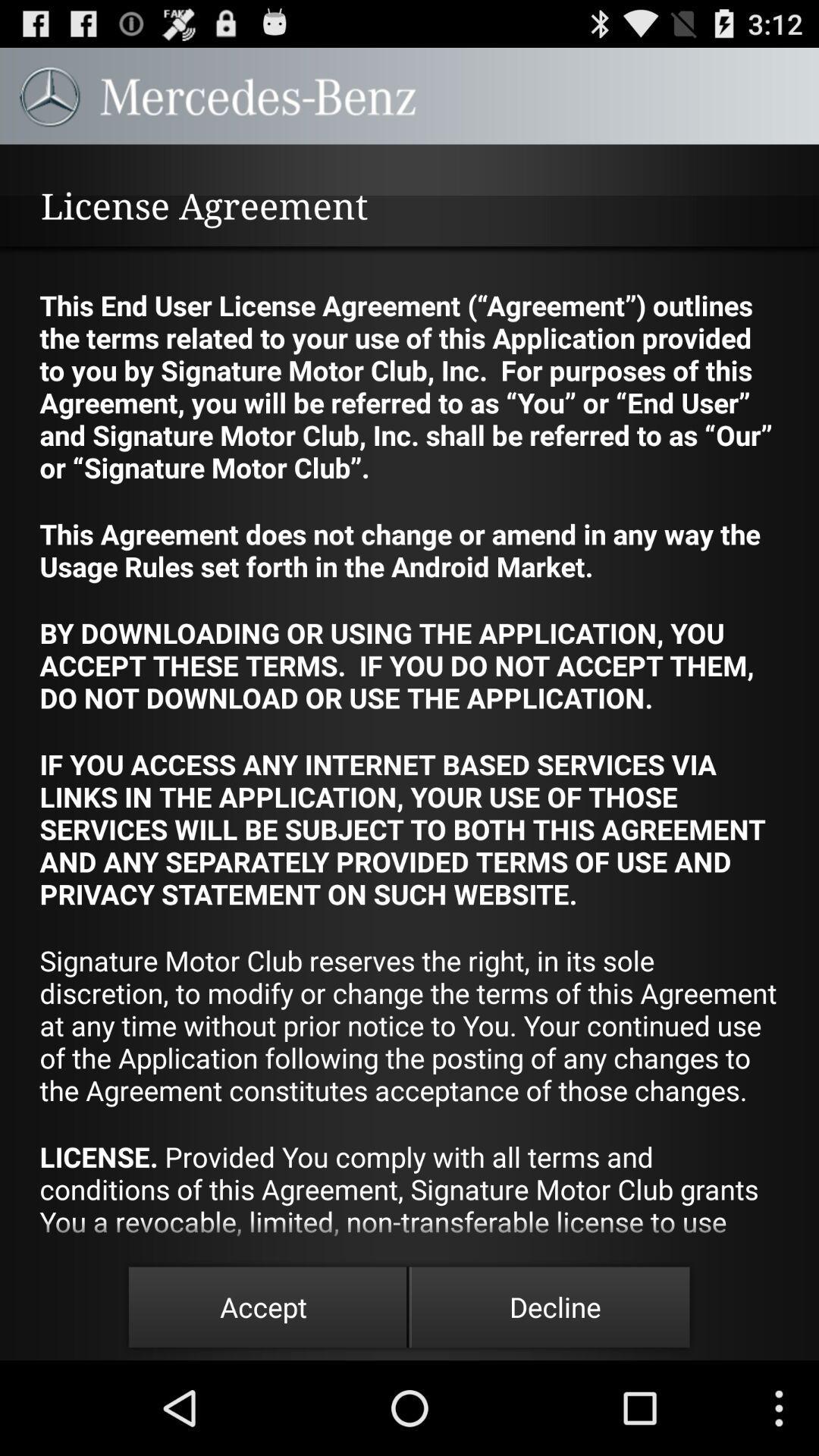 This screenshot has width=819, height=1456. Describe the element at coordinates (555, 1306) in the screenshot. I see `decline at the bottom right corner` at that location.